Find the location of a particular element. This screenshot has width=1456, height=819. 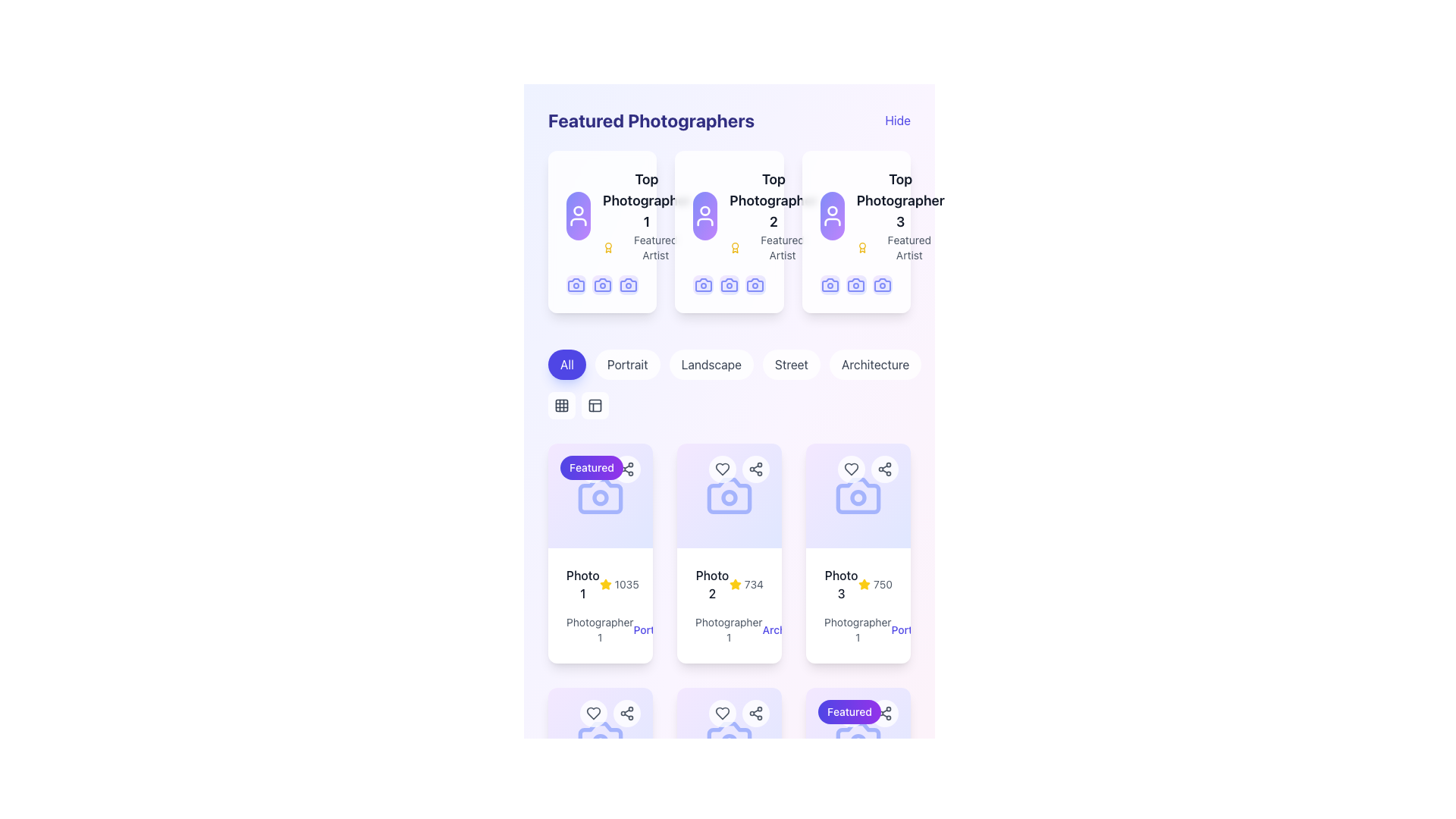

the avatar icon representing 'Top Photographer 3' is located at coordinates (831, 216).